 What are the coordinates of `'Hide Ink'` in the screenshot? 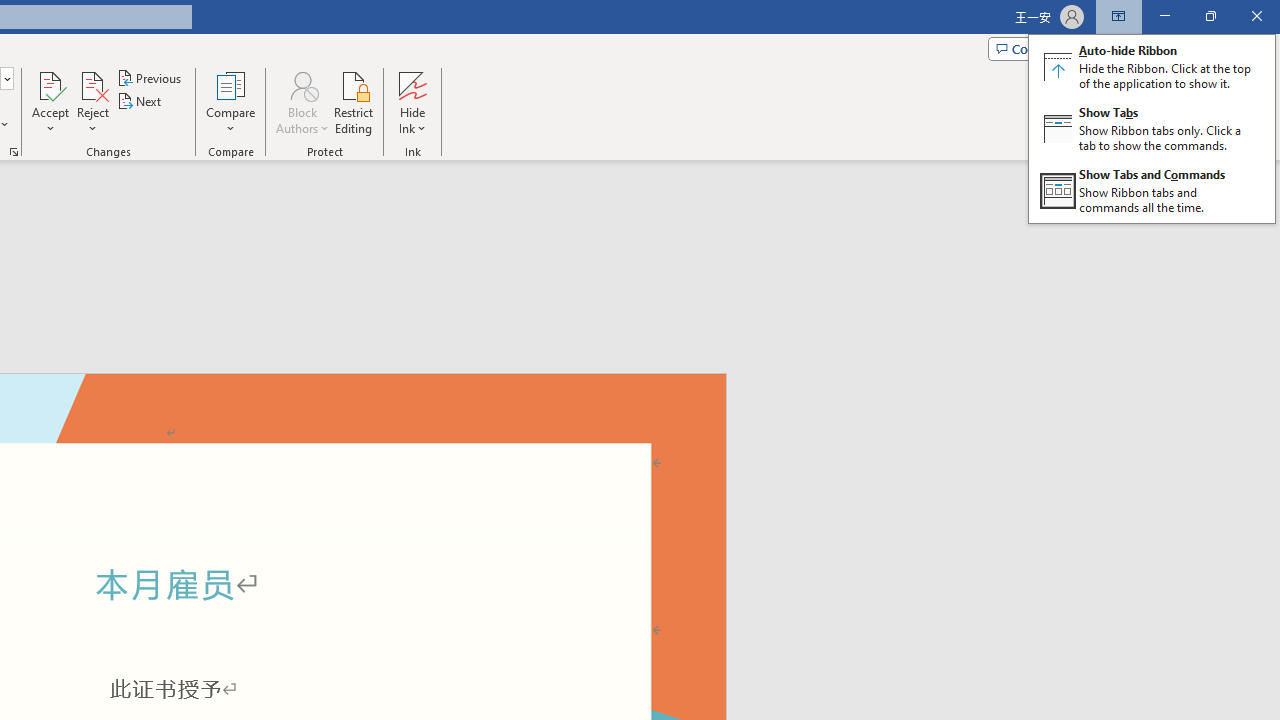 It's located at (411, 84).